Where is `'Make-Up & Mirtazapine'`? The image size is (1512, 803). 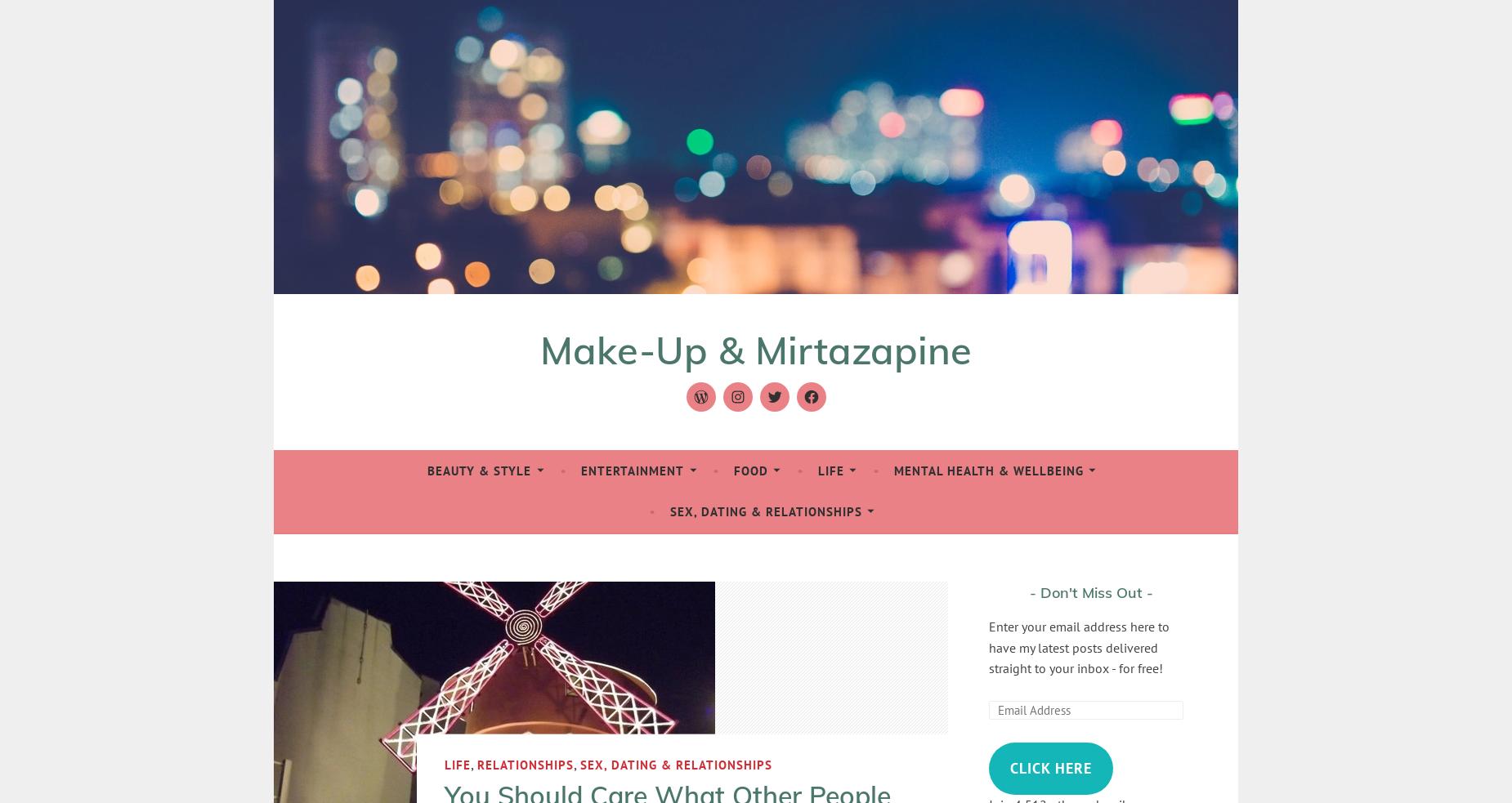
'Make-Up & Mirtazapine' is located at coordinates (540, 349).